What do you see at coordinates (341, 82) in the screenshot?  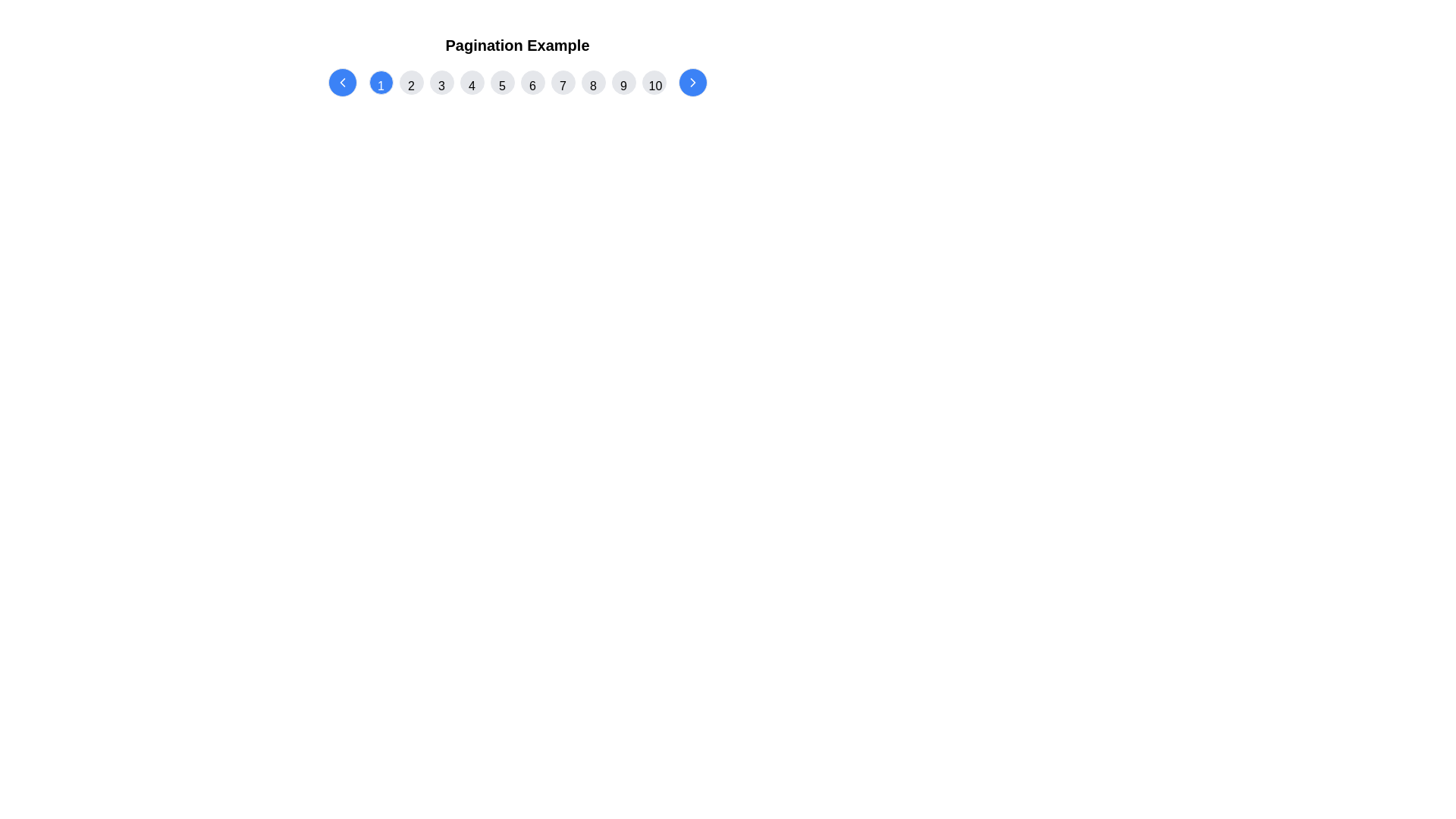 I see `the left chevron SVG icon within the blue circular button located at the far left of the pagination control row` at bounding box center [341, 82].